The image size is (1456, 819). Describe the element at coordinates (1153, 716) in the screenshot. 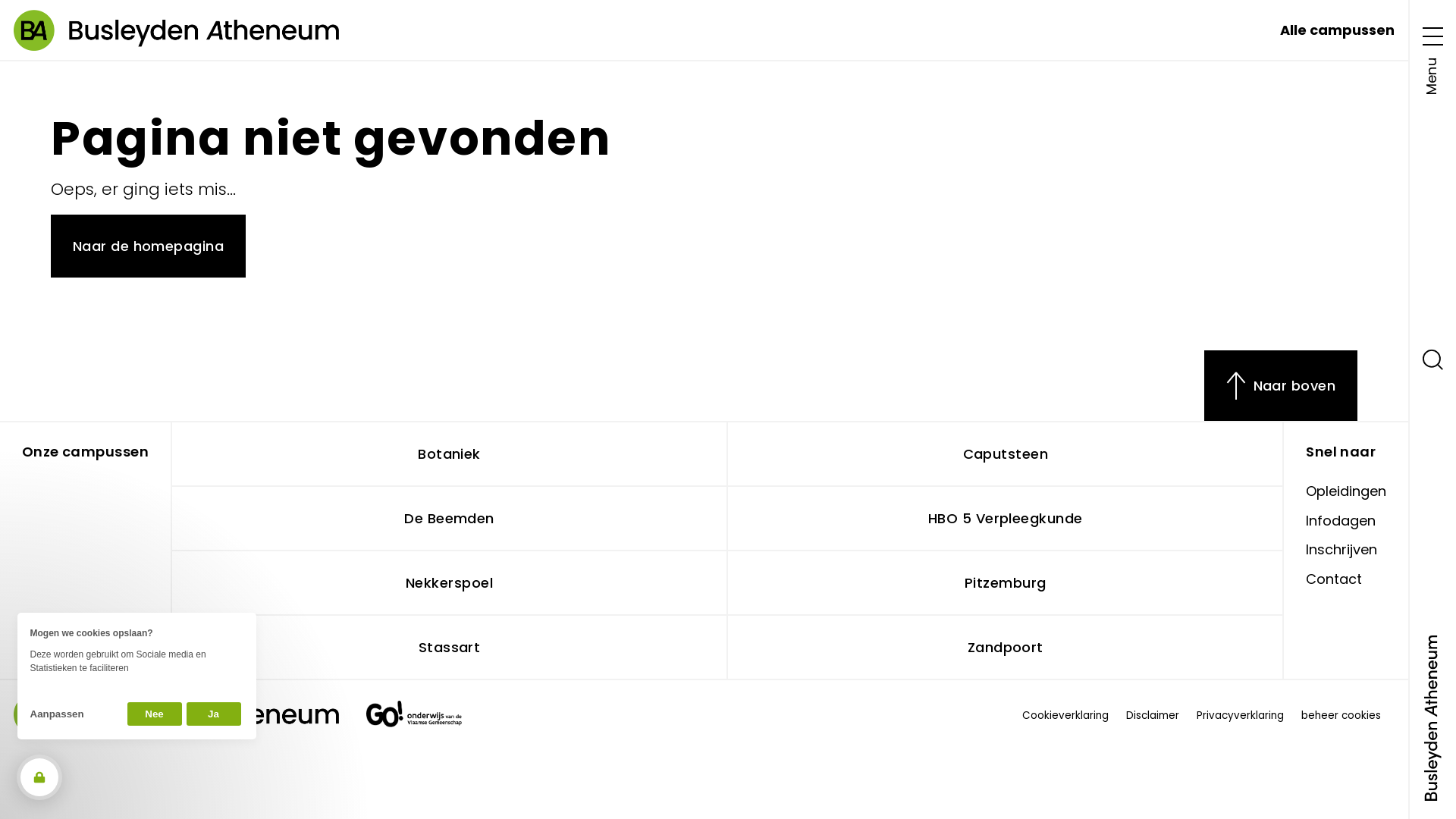

I see `'Disclaimer'` at that location.